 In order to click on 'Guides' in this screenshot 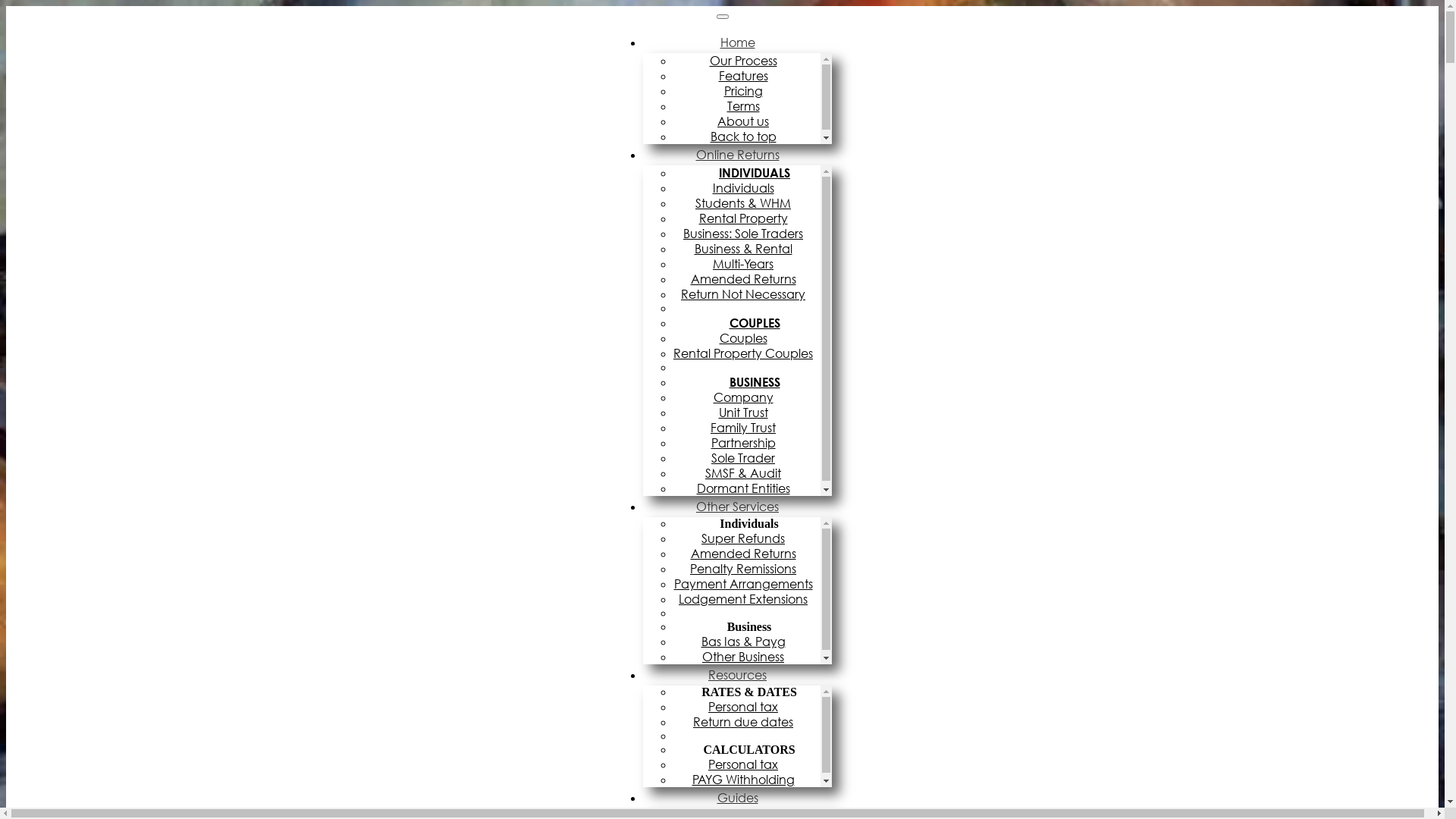, I will do `click(738, 797)`.